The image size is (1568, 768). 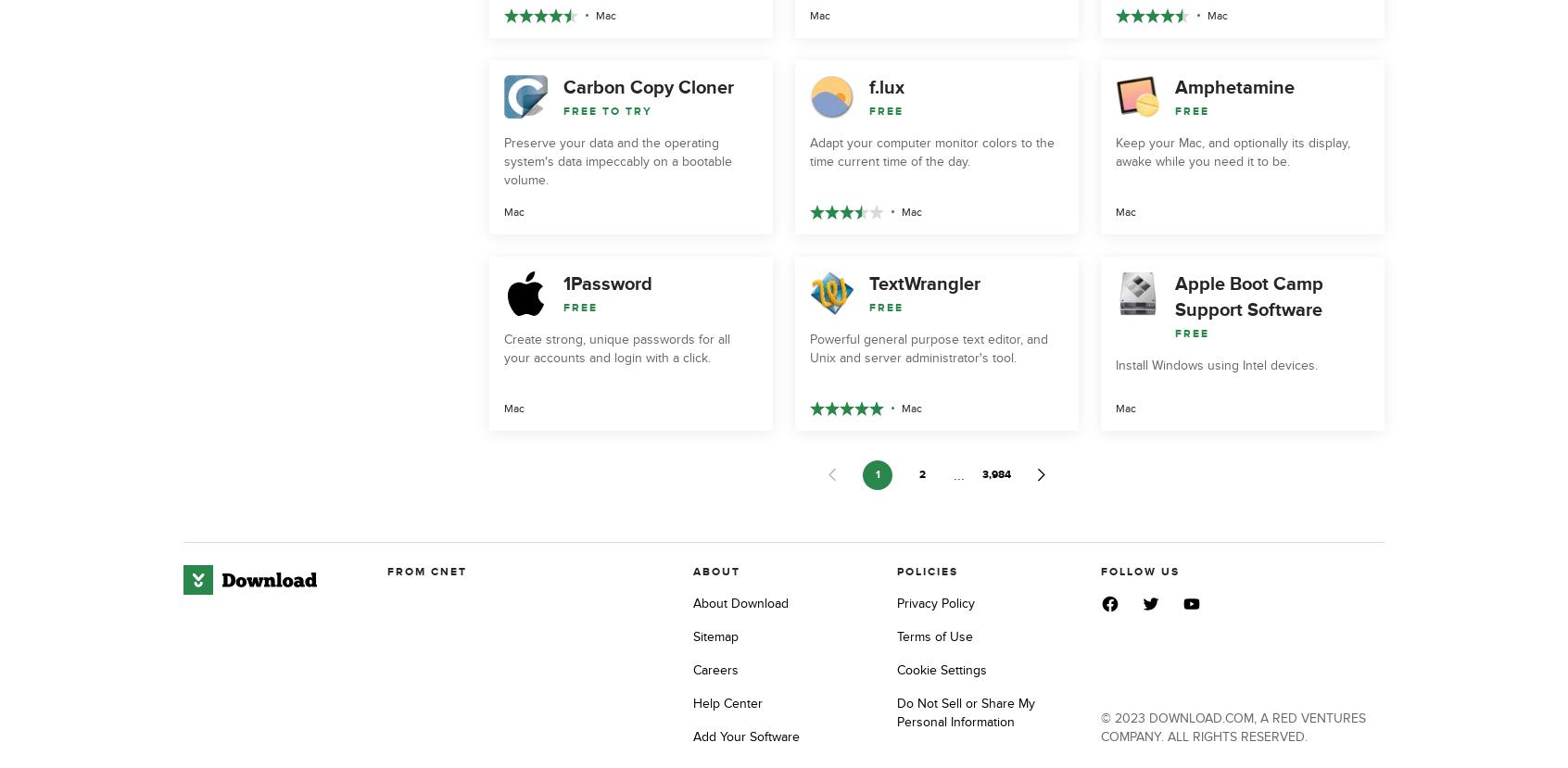 What do you see at coordinates (617, 160) in the screenshot?
I see `'Preserve your data and the operating system's data impeccably on a bootable volume.'` at bounding box center [617, 160].